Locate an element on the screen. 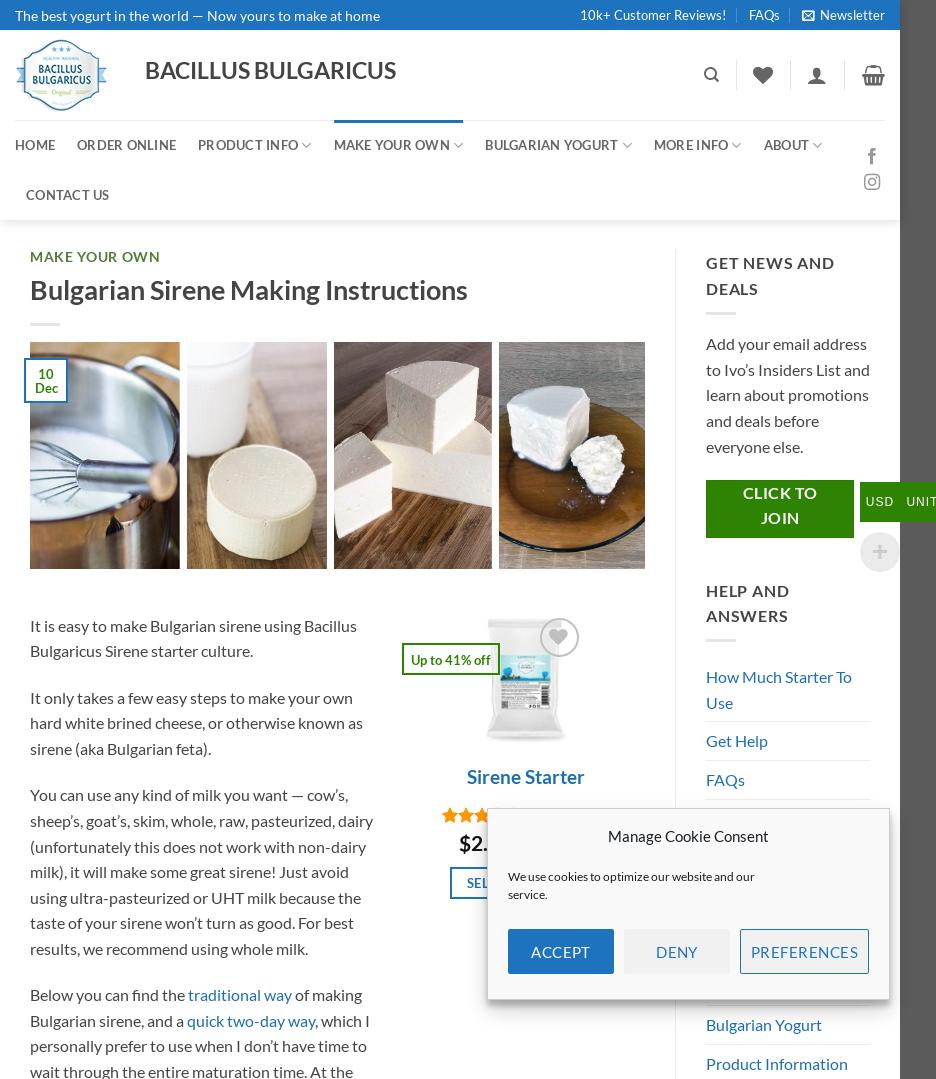  'ORDER ONLINE' is located at coordinates (126, 144).